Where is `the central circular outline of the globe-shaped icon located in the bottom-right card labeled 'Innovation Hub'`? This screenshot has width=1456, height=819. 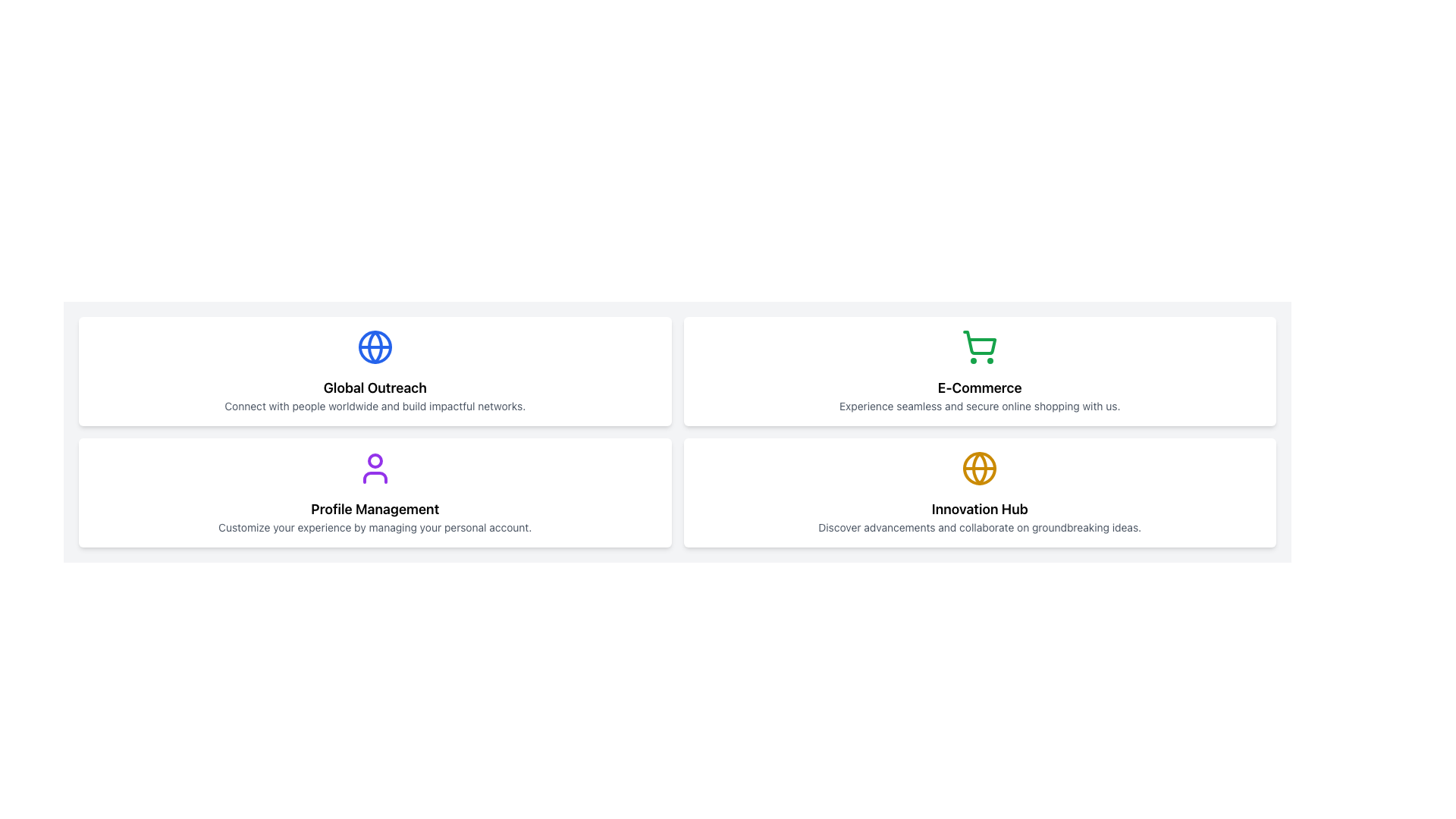 the central circular outline of the globe-shaped icon located in the bottom-right card labeled 'Innovation Hub' is located at coordinates (980, 467).